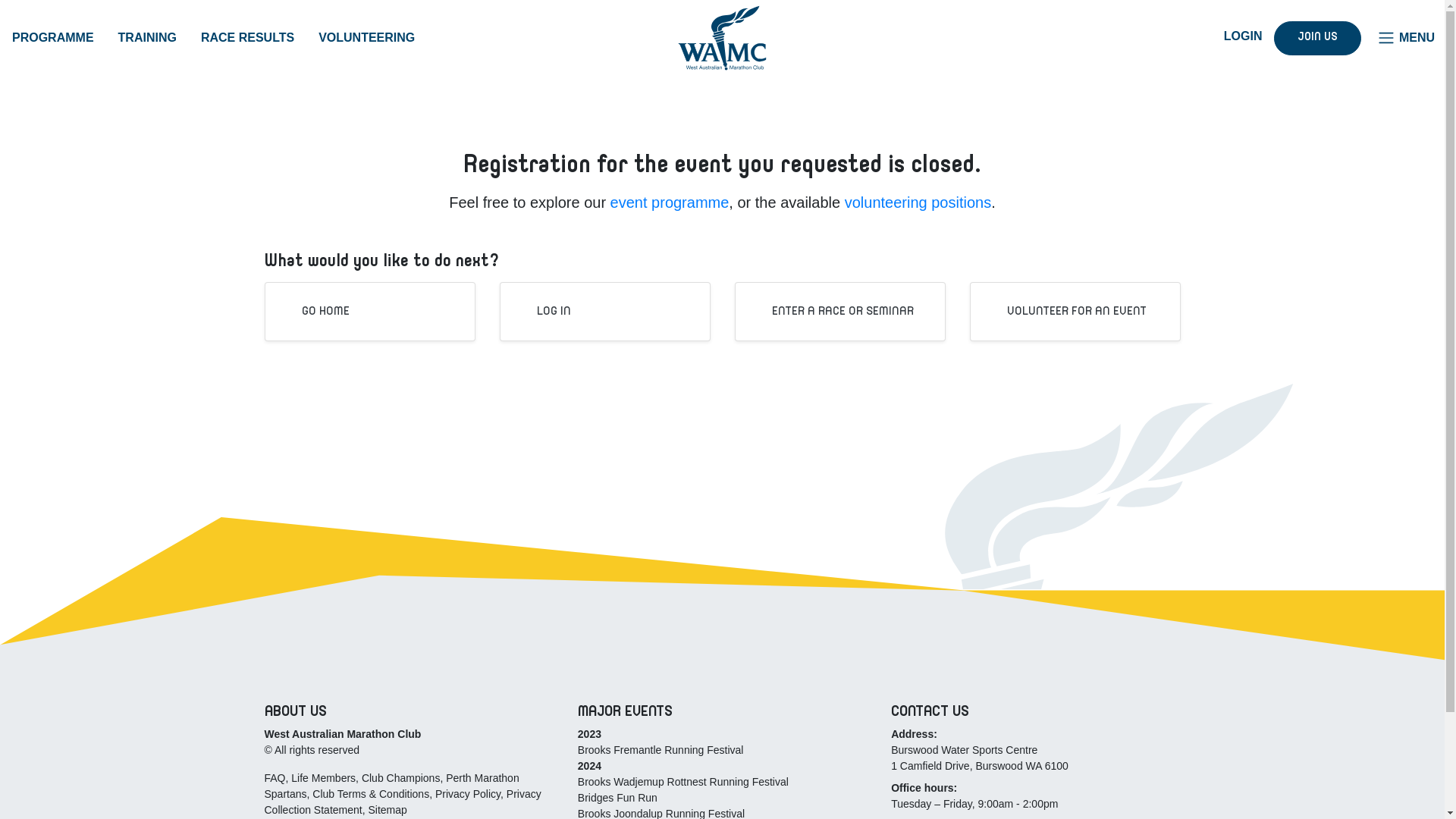  I want to click on 'Privacy Collection Statement', so click(402, 801).